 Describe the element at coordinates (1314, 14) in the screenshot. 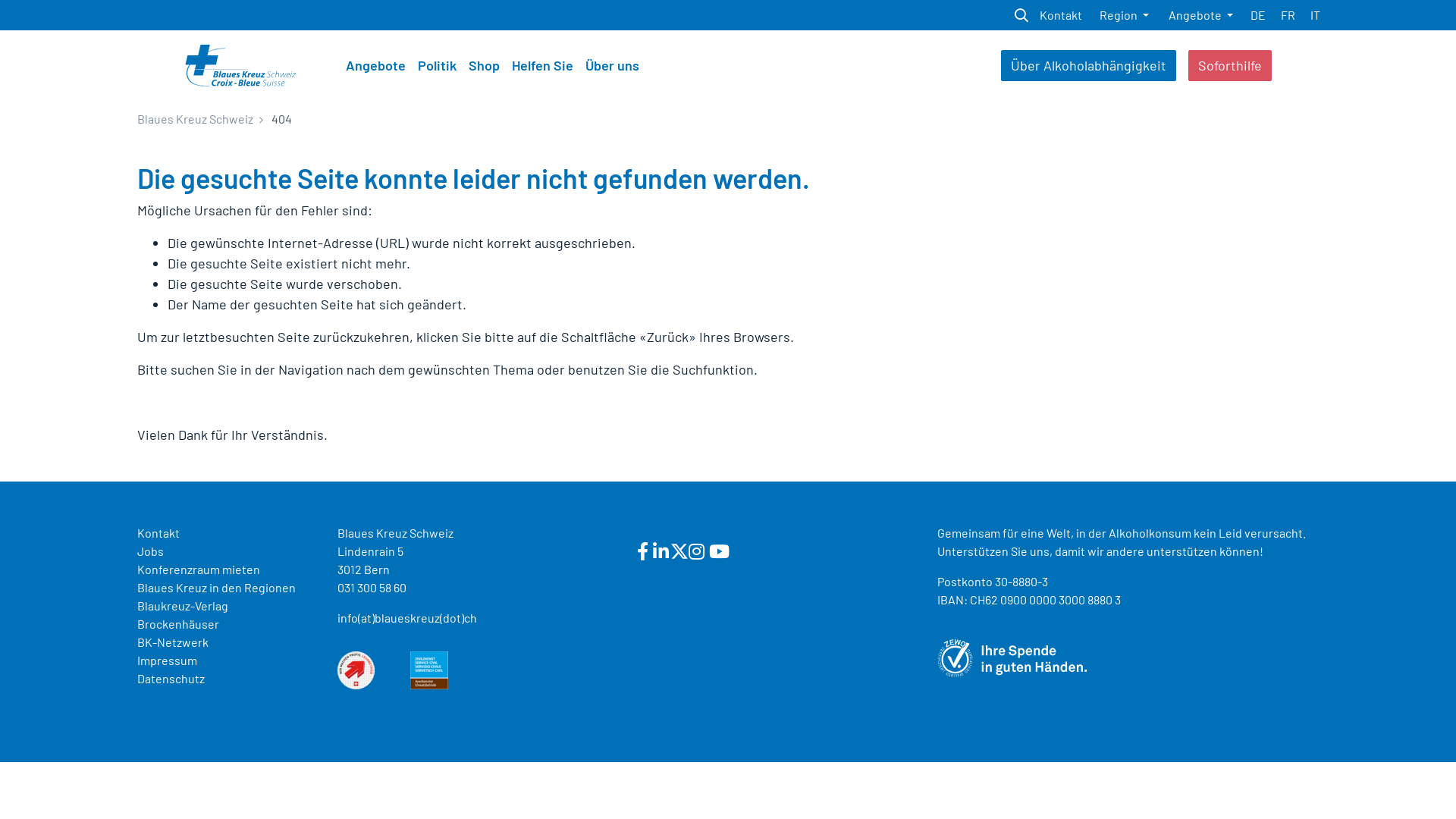

I see `'IT'` at that location.